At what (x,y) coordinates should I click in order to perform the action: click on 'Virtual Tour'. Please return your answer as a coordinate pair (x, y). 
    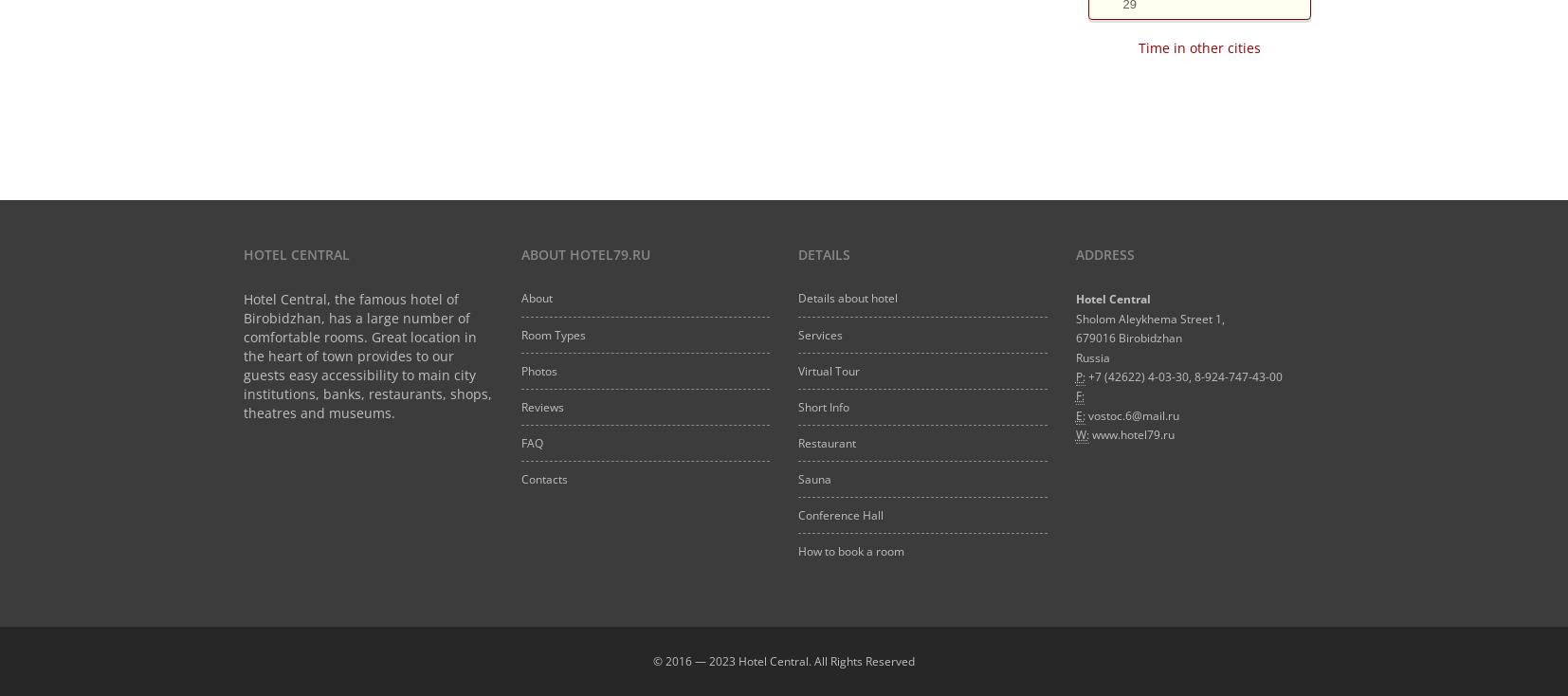
    Looking at the image, I should click on (828, 369).